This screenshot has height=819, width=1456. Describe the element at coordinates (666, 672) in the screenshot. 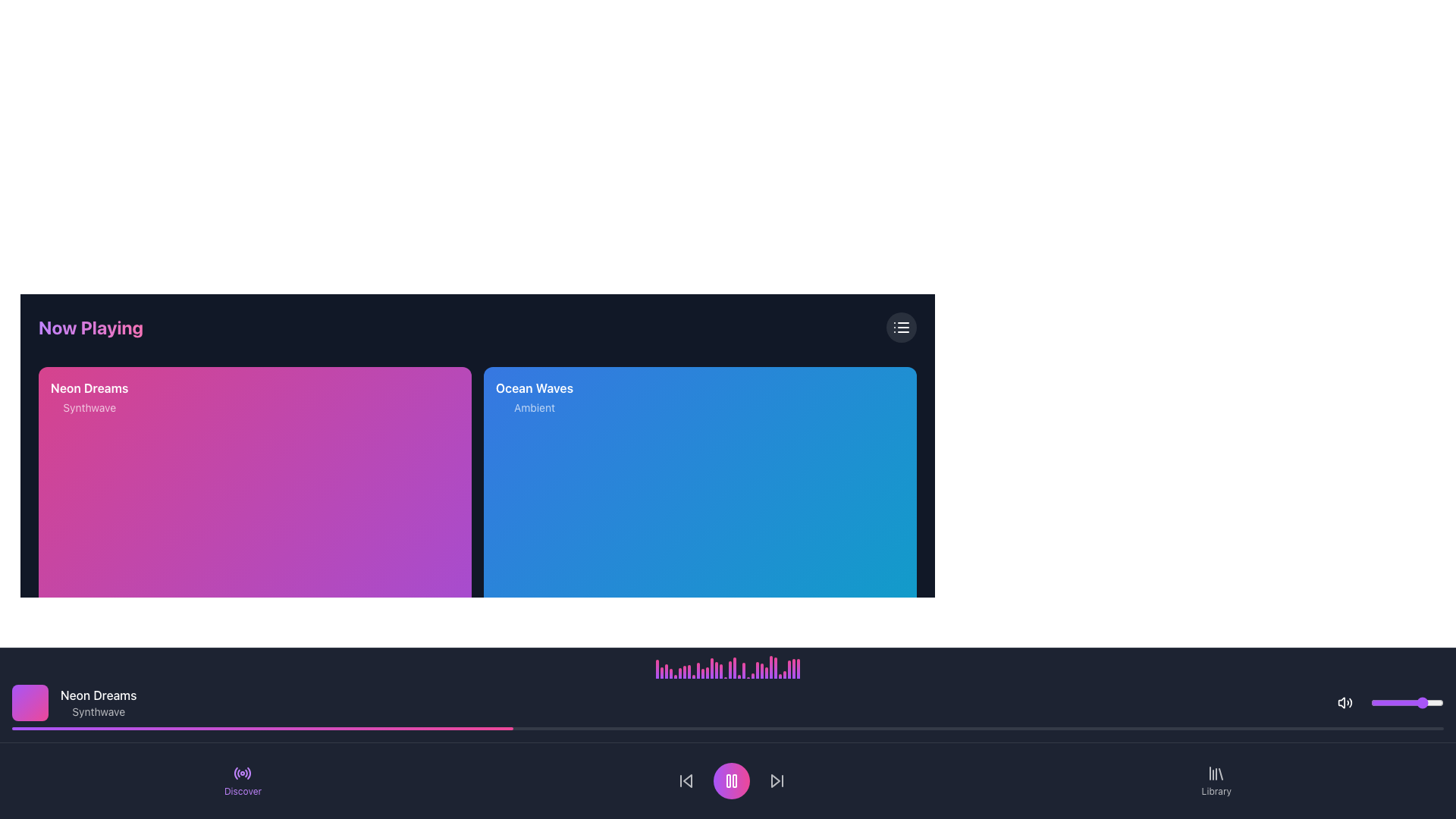

I see `the third graphical audio bar located at the bottom of the page` at that location.